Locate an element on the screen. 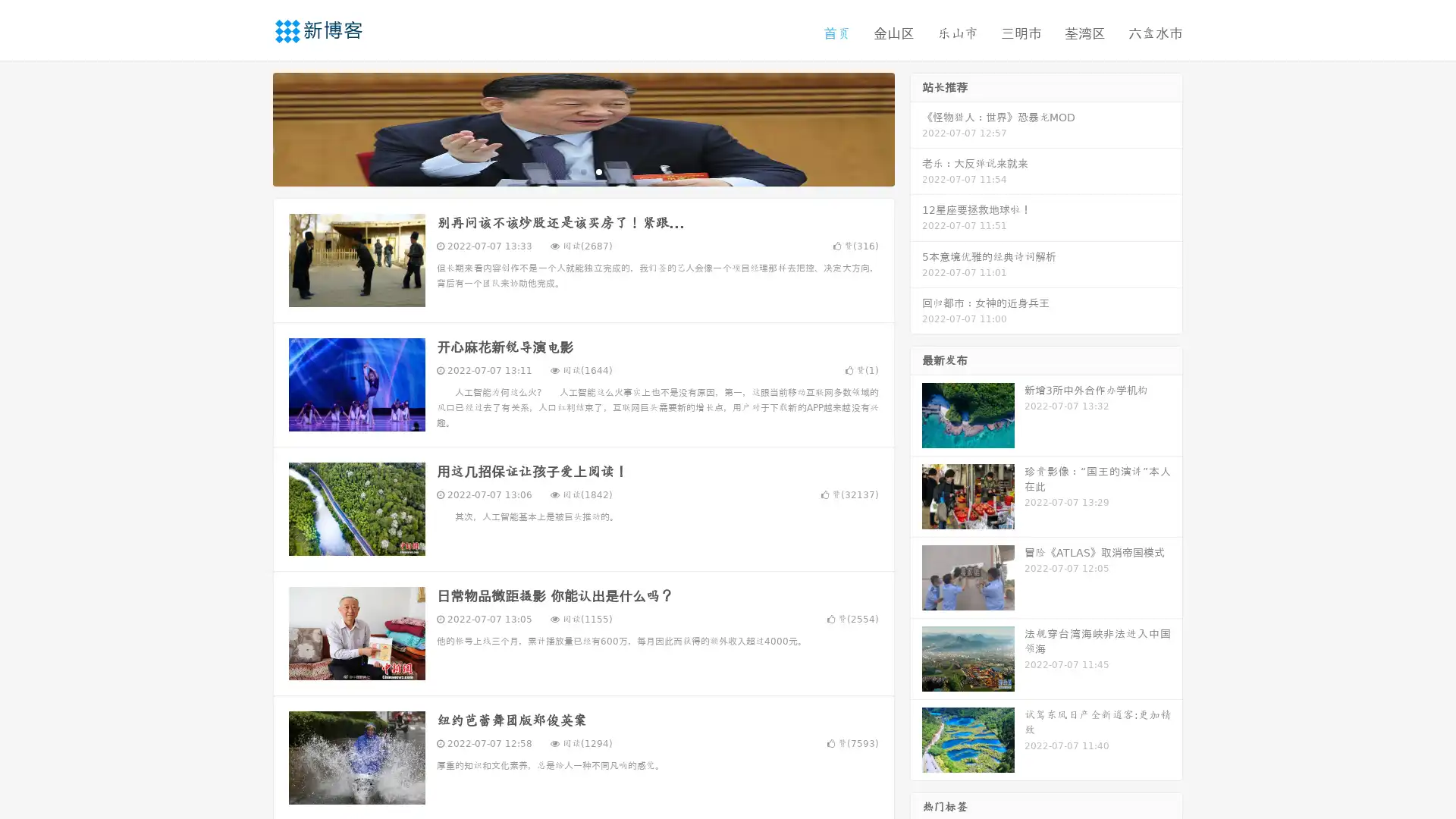  Go to slide 3 is located at coordinates (598, 171).